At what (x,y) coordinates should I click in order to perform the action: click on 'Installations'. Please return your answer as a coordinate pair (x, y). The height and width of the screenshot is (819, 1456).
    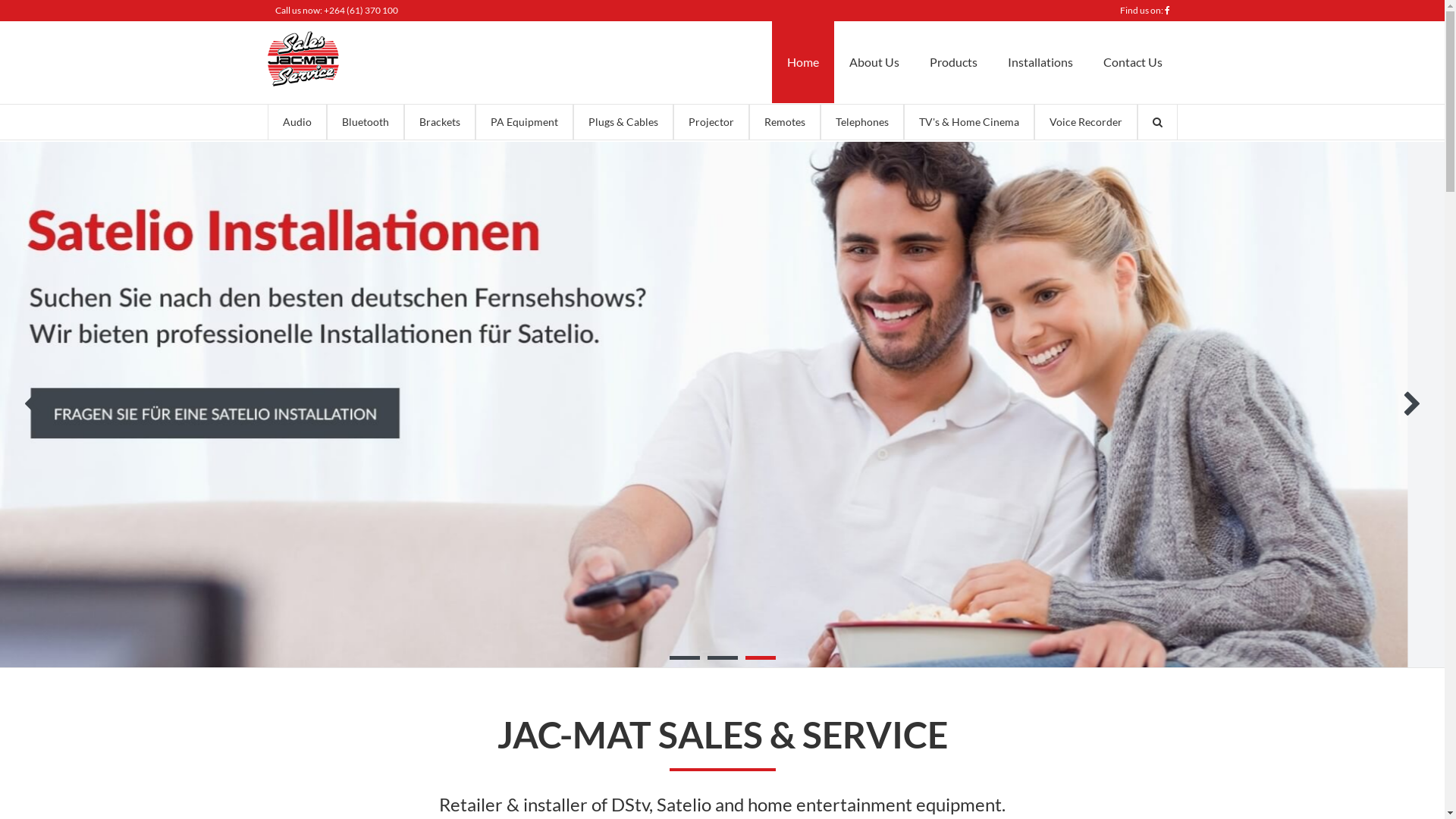
    Looking at the image, I should click on (1039, 61).